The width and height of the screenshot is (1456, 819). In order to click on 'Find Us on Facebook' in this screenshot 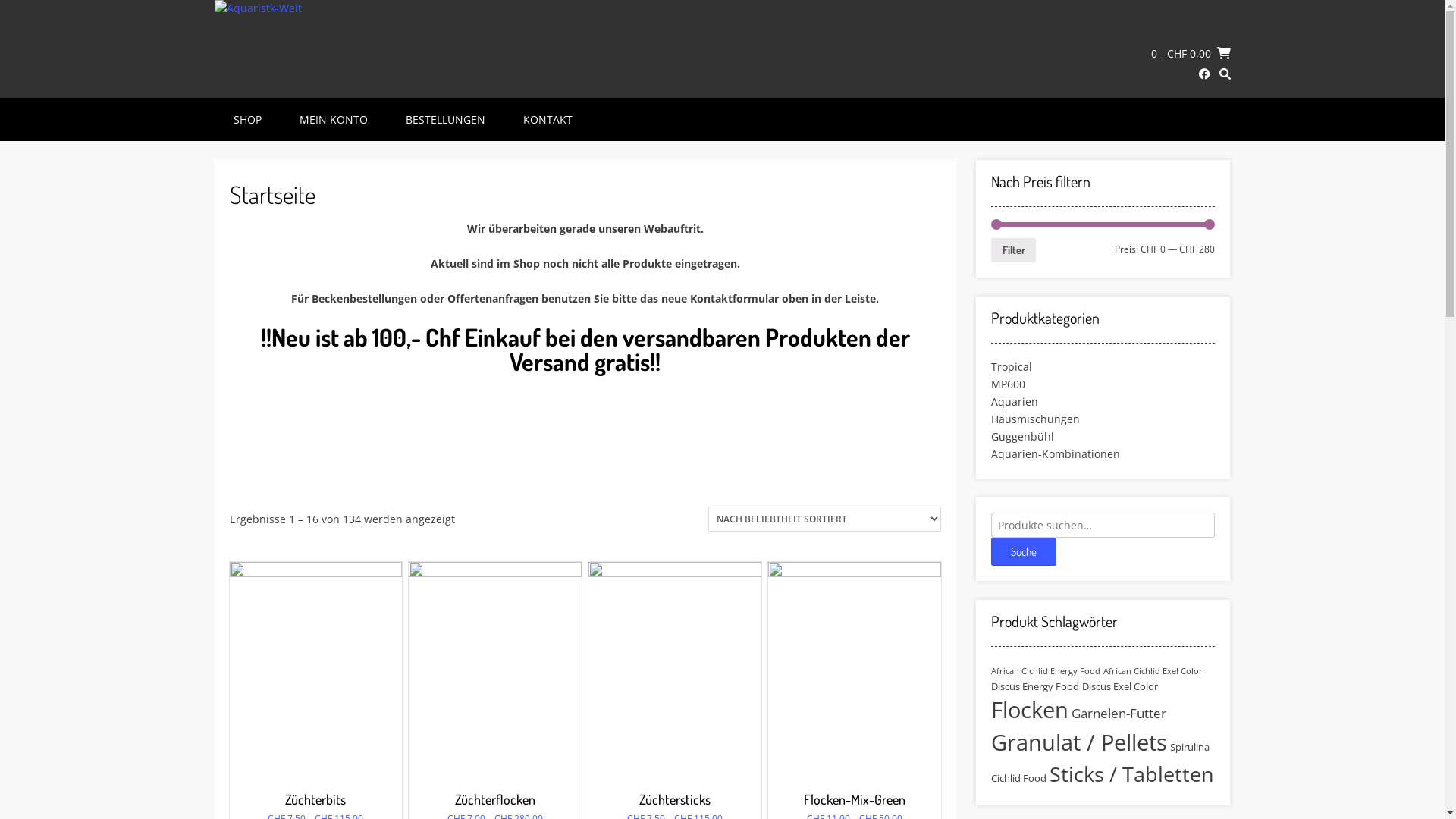, I will do `click(1203, 74)`.